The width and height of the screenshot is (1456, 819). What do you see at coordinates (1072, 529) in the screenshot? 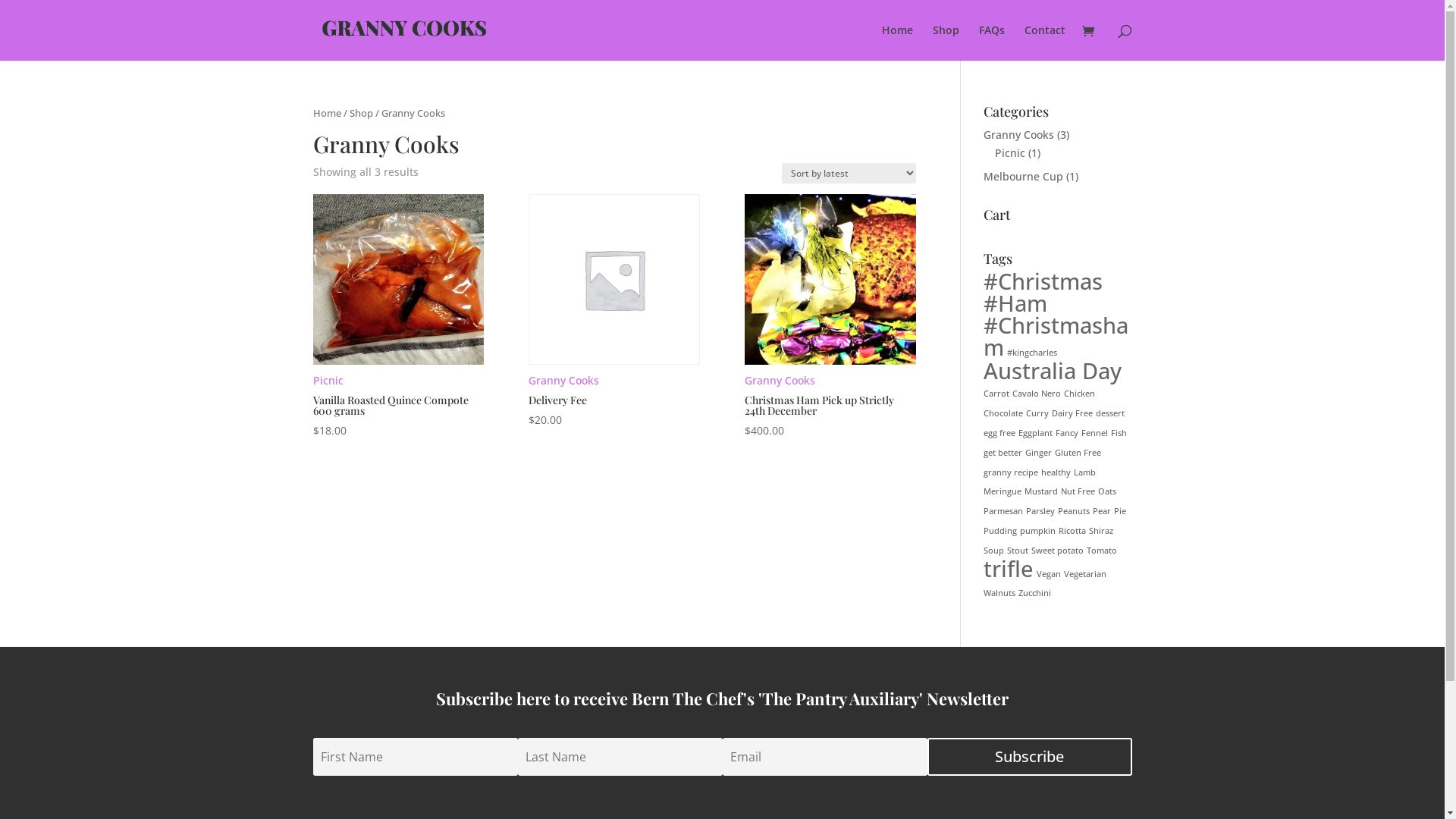
I see `'Ricotta'` at bounding box center [1072, 529].